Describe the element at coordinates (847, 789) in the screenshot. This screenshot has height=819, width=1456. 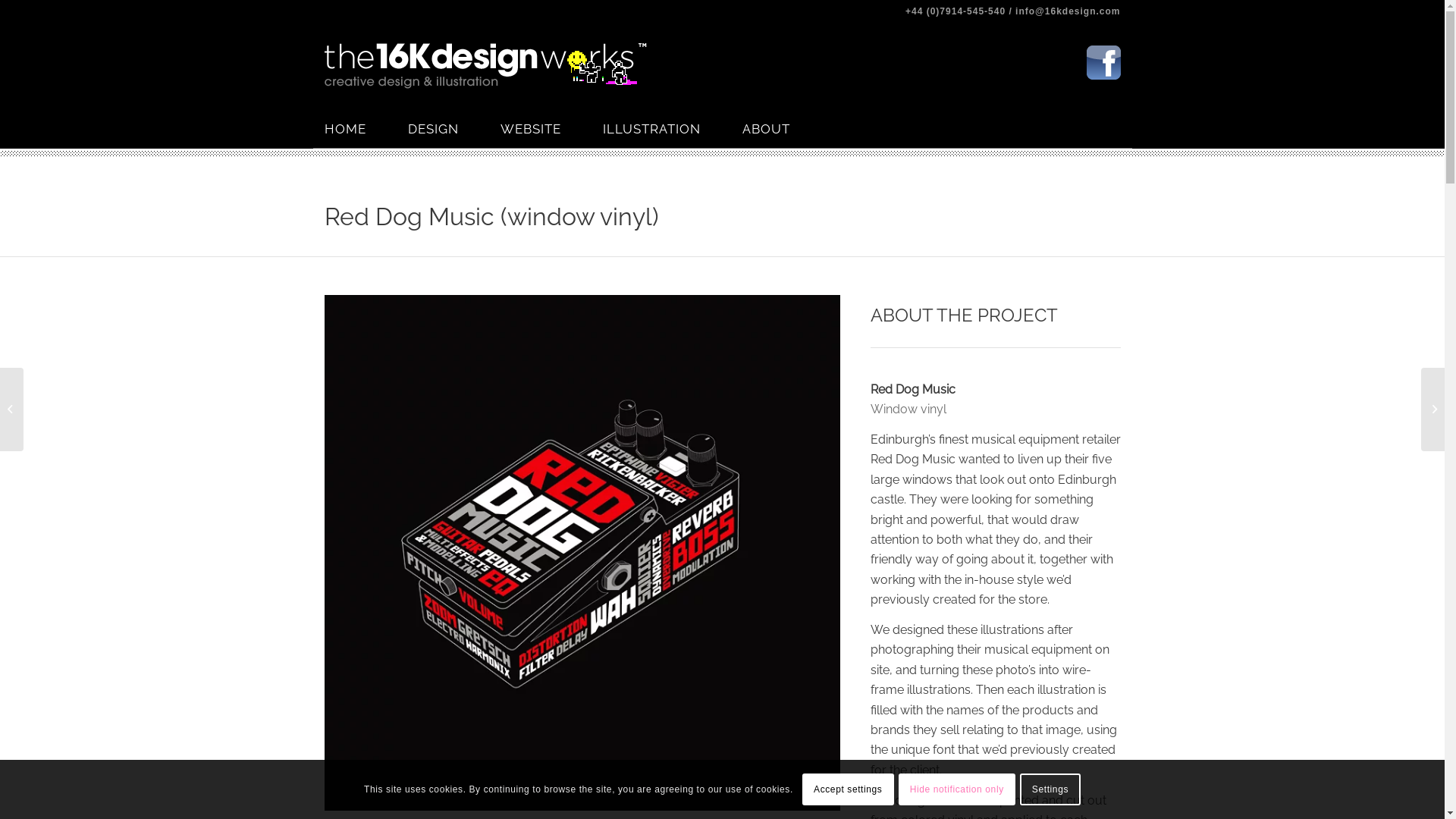
I see `'Accept settings'` at that location.